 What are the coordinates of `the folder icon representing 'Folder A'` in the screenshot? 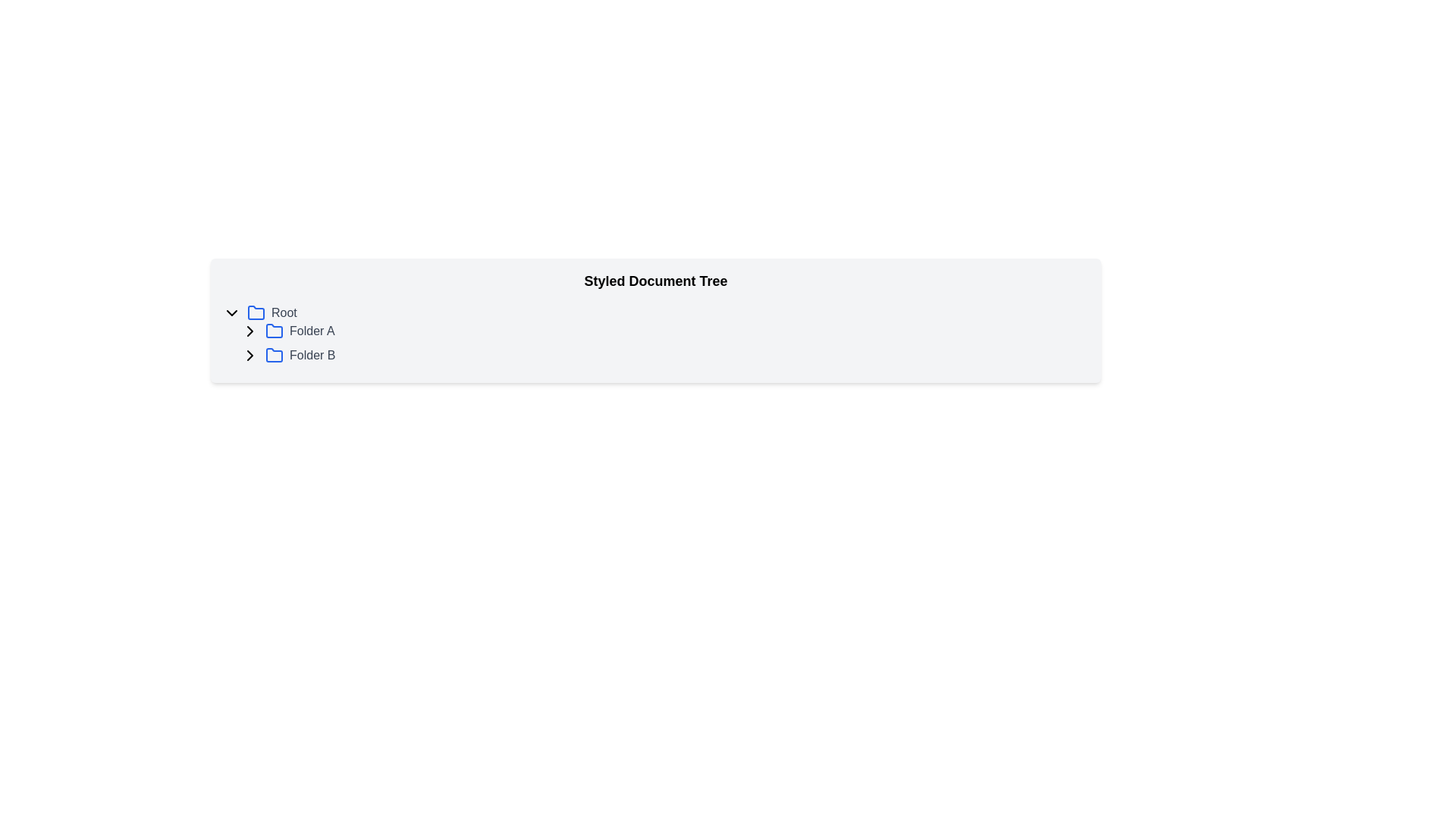 It's located at (274, 330).